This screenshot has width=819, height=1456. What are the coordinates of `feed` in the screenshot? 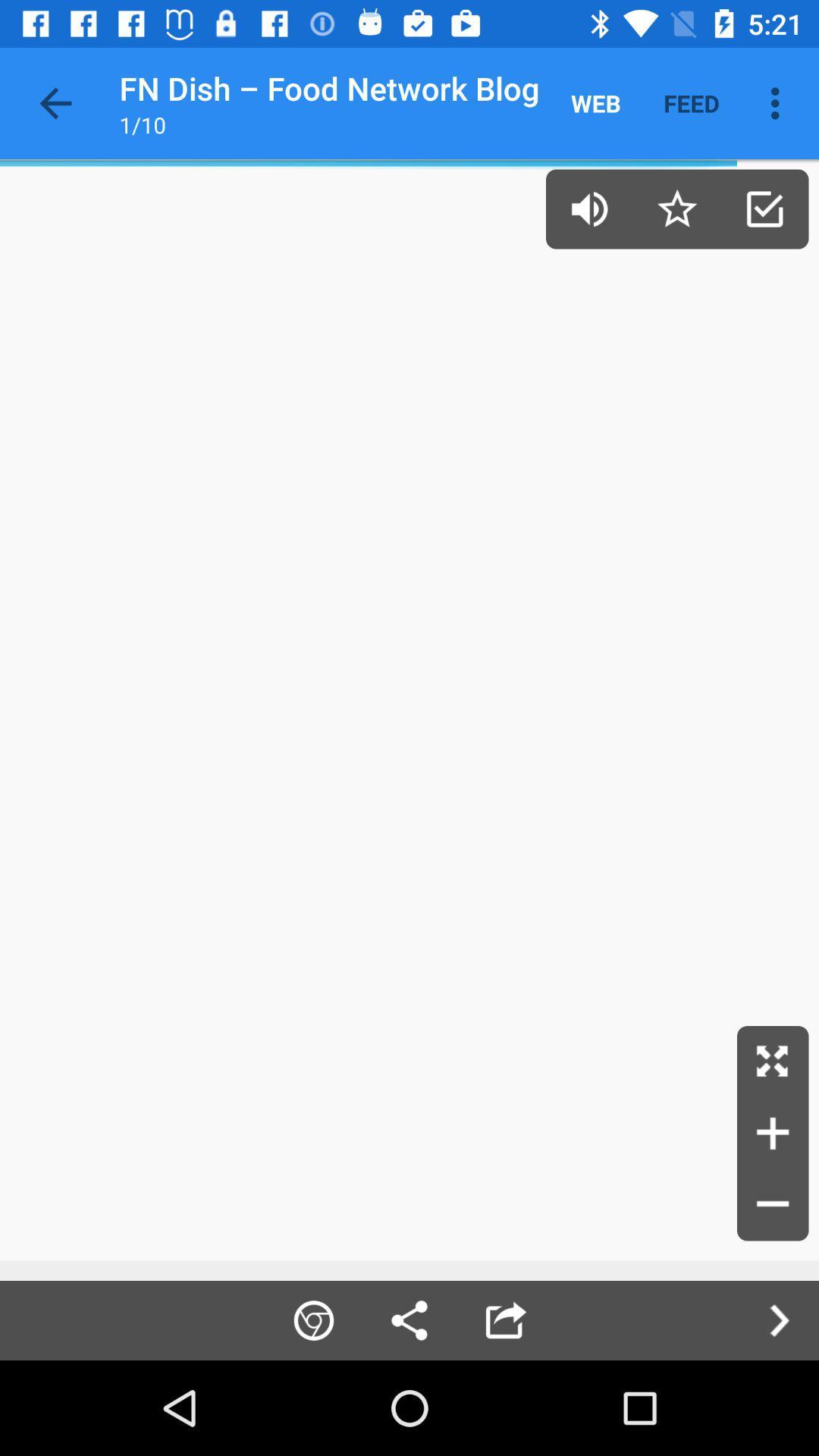 It's located at (691, 102).